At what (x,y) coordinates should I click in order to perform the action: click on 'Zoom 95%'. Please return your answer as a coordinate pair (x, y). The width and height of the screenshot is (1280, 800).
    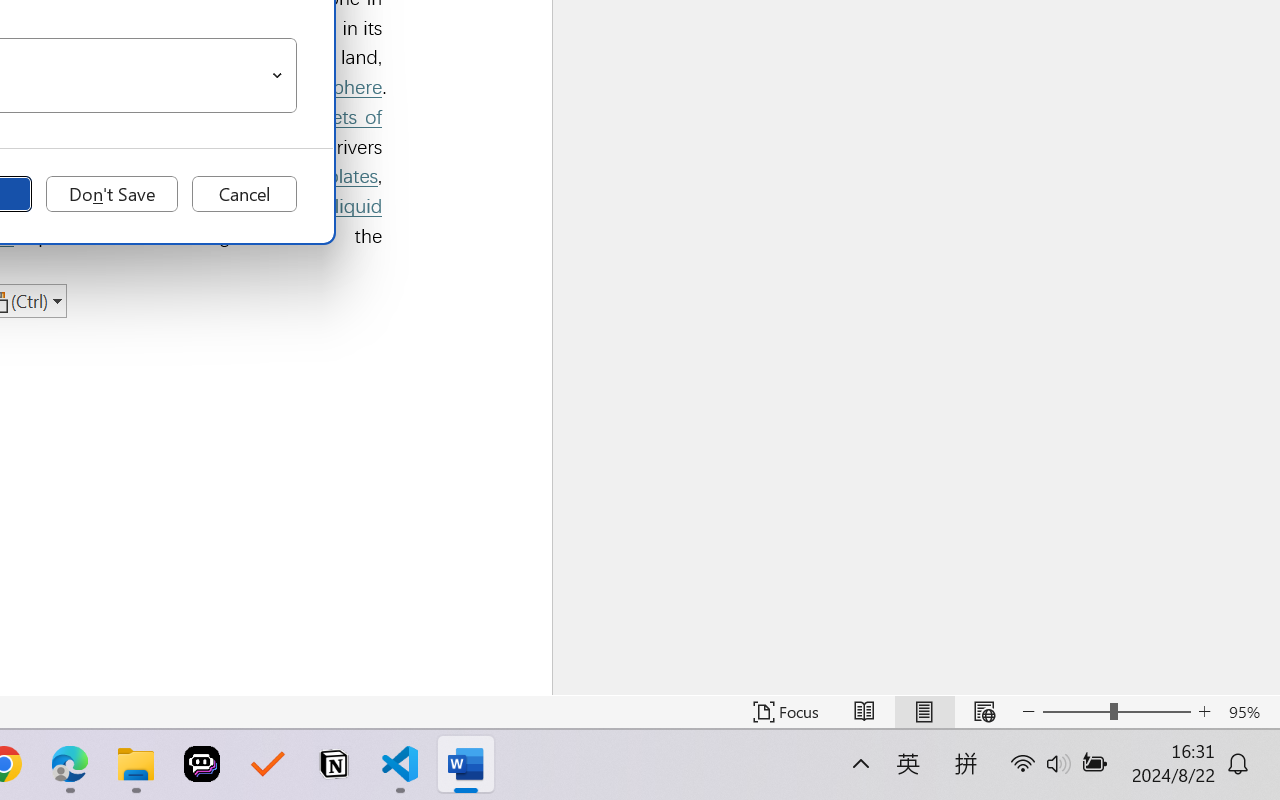
    Looking at the image, I should click on (1248, 711).